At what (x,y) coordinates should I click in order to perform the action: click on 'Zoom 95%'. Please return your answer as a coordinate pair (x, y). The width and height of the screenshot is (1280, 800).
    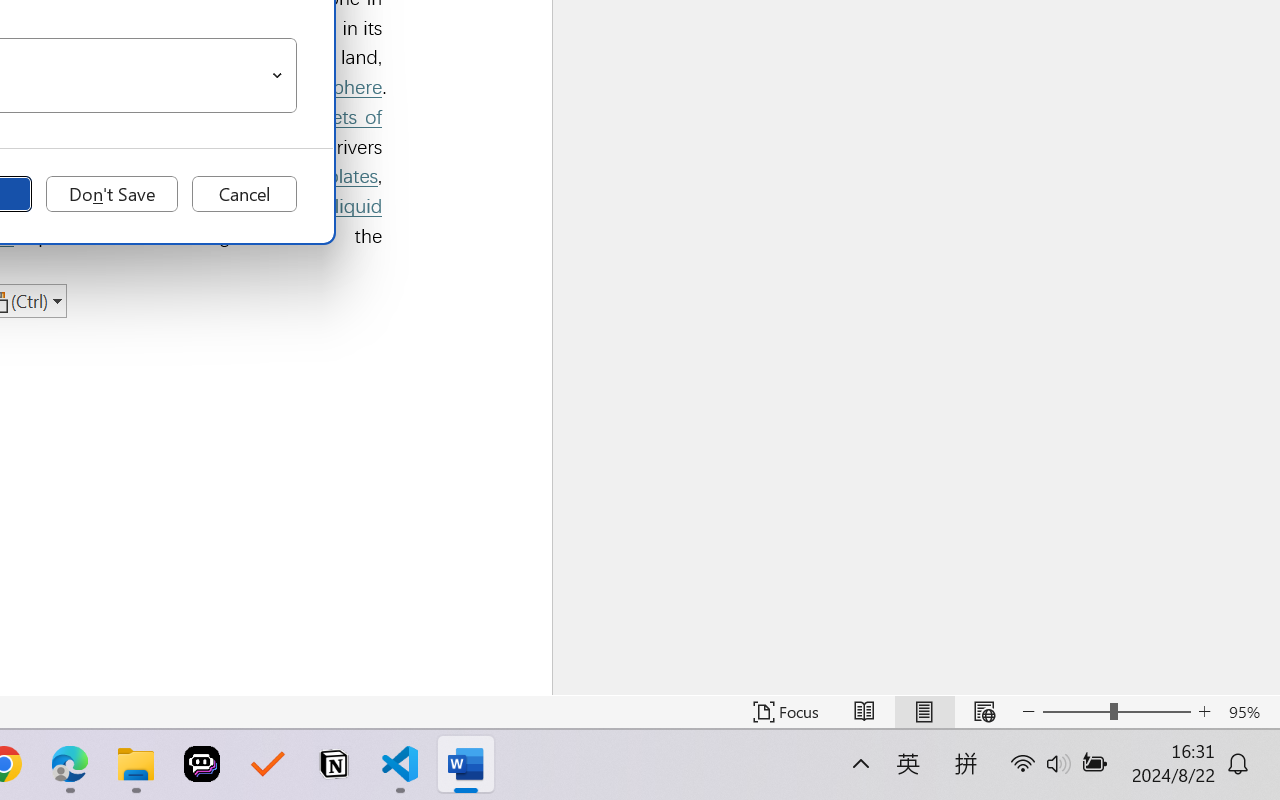
    Looking at the image, I should click on (1248, 711).